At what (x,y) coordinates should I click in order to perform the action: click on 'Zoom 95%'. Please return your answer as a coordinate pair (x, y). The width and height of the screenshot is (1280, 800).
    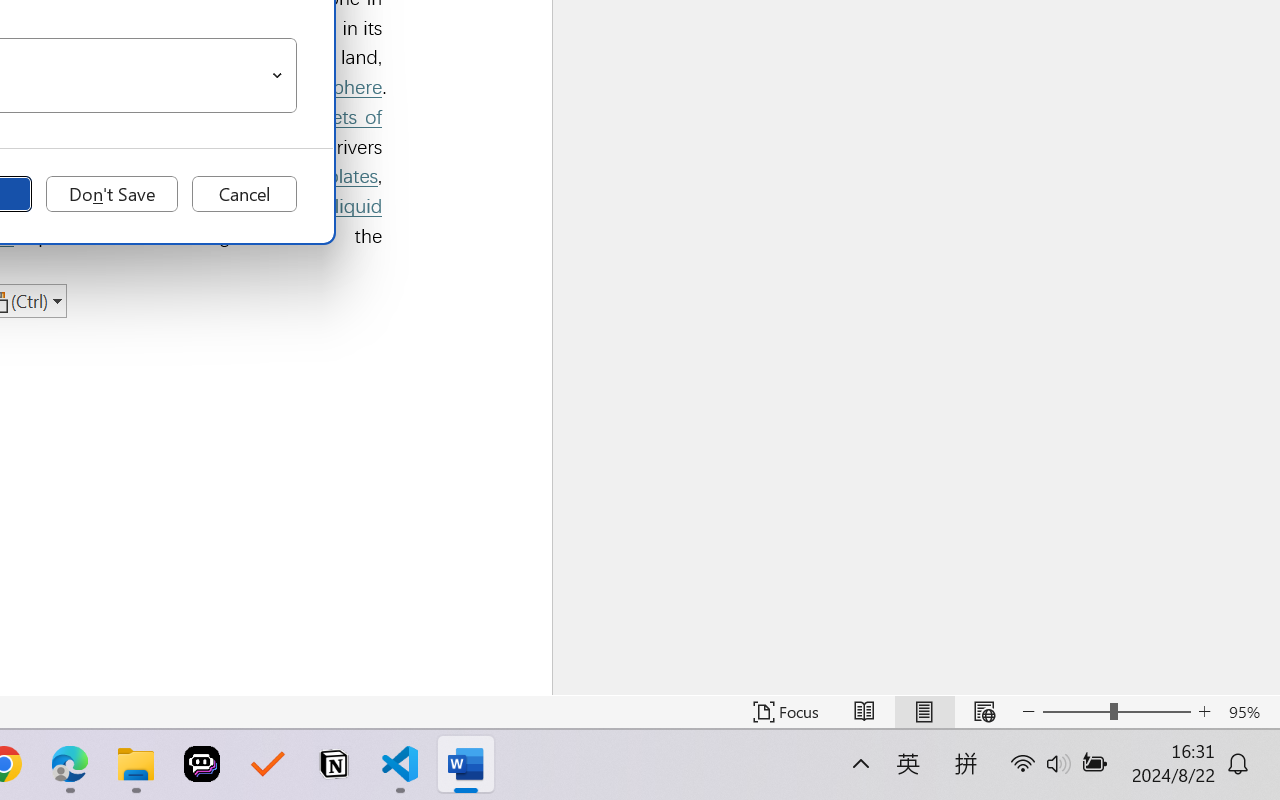
    Looking at the image, I should click on (1248, 711).